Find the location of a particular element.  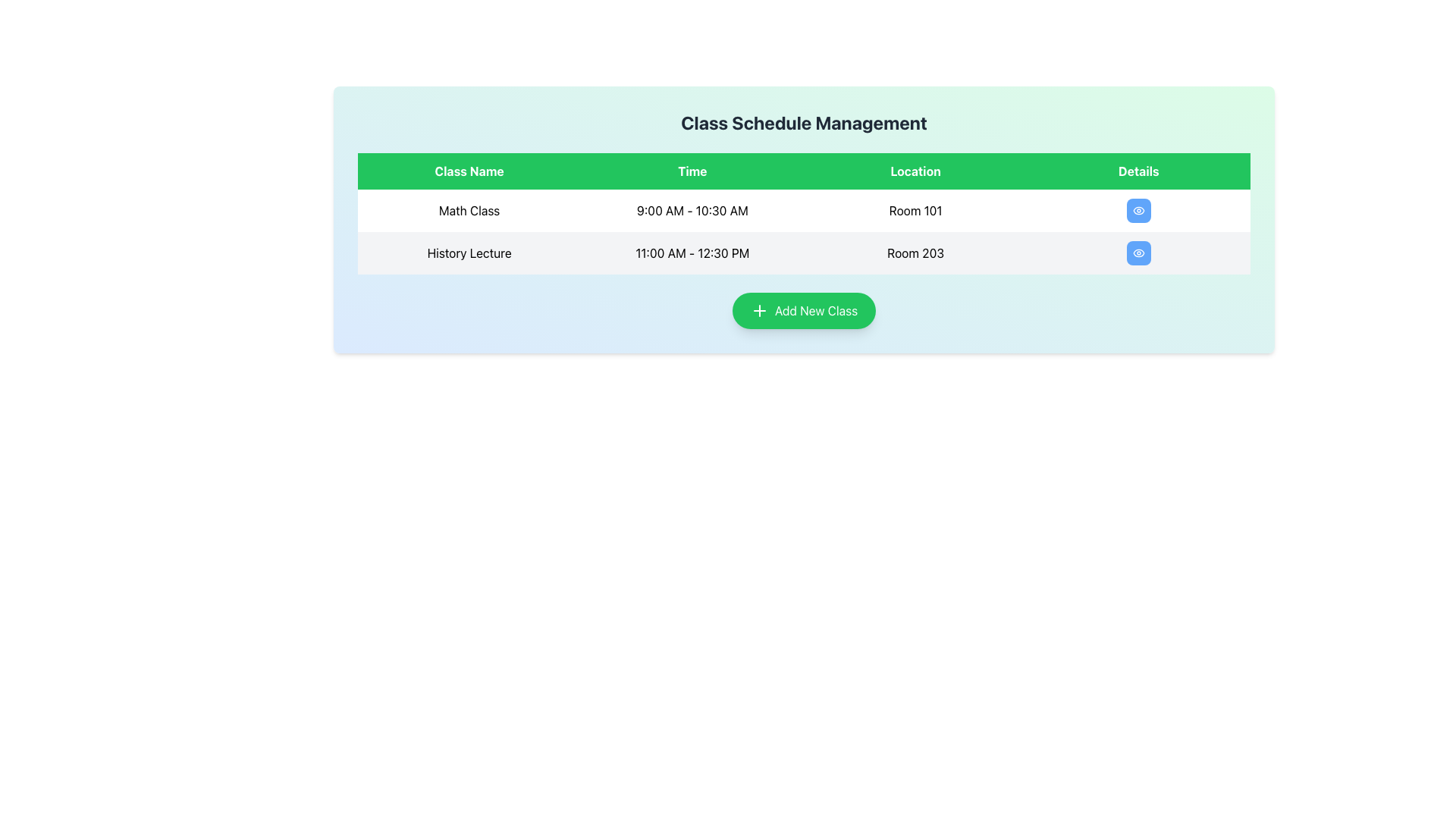

the text label displaying 'Class Schedule Management', which is a bold, large font title centered at the top of the interface is located at coordinates (803, 122).